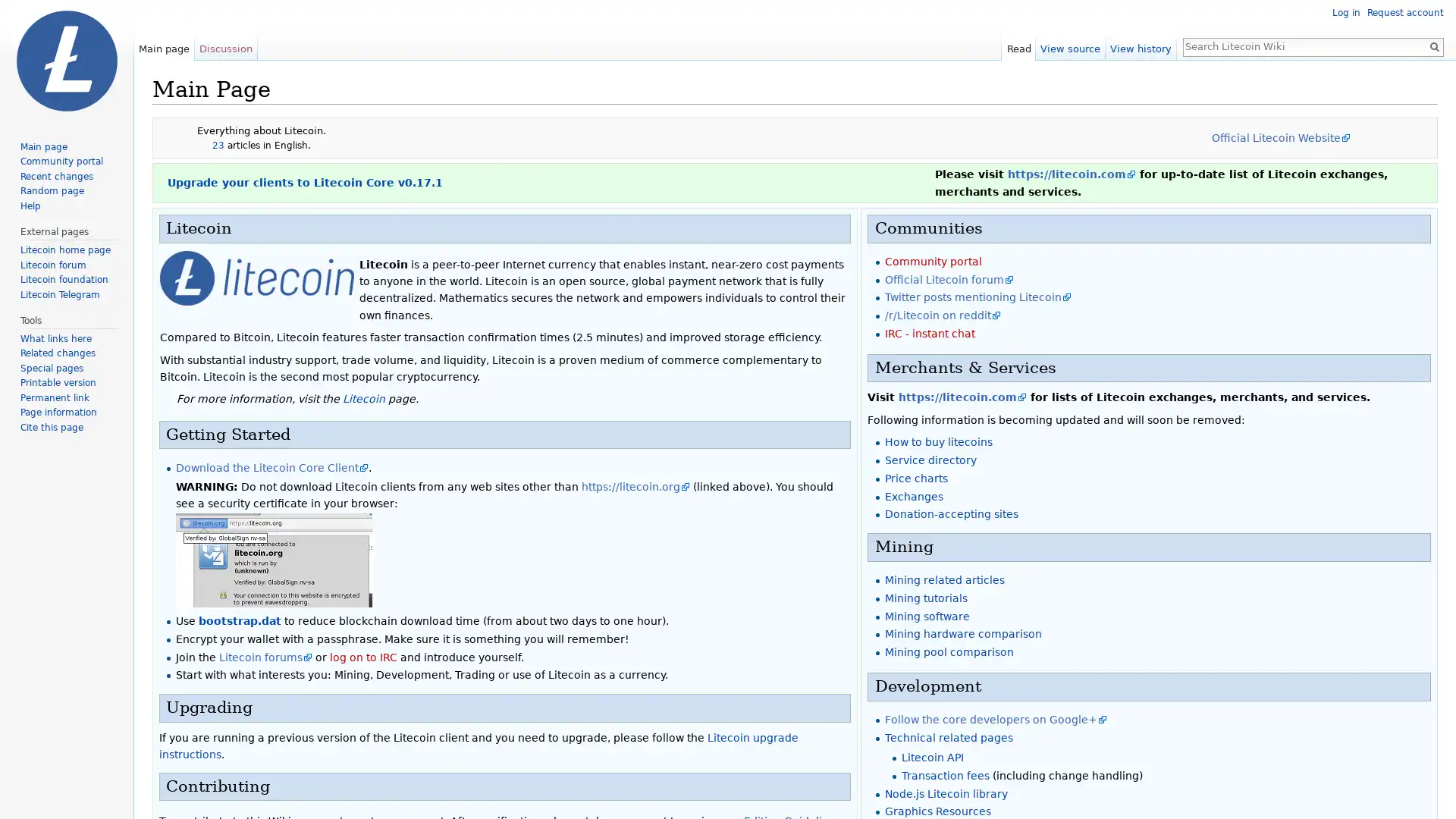  What do you see at coordinates (1433, 45) in the screenshot?
I see `Go` at bounding box center [1433, 45].